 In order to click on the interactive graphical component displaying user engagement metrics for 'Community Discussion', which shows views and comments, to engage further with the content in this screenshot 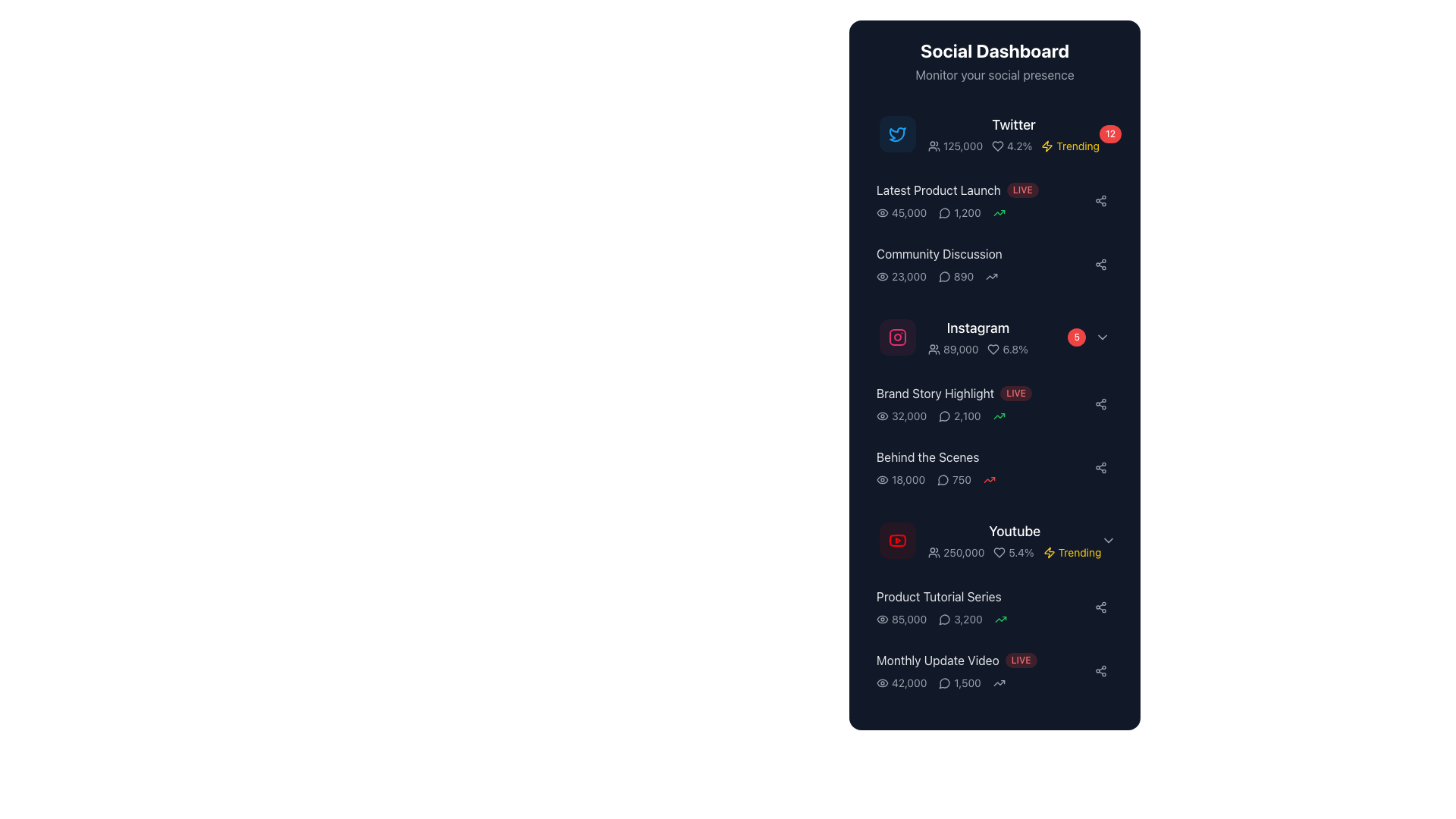, I will do `click(983, 277)`.